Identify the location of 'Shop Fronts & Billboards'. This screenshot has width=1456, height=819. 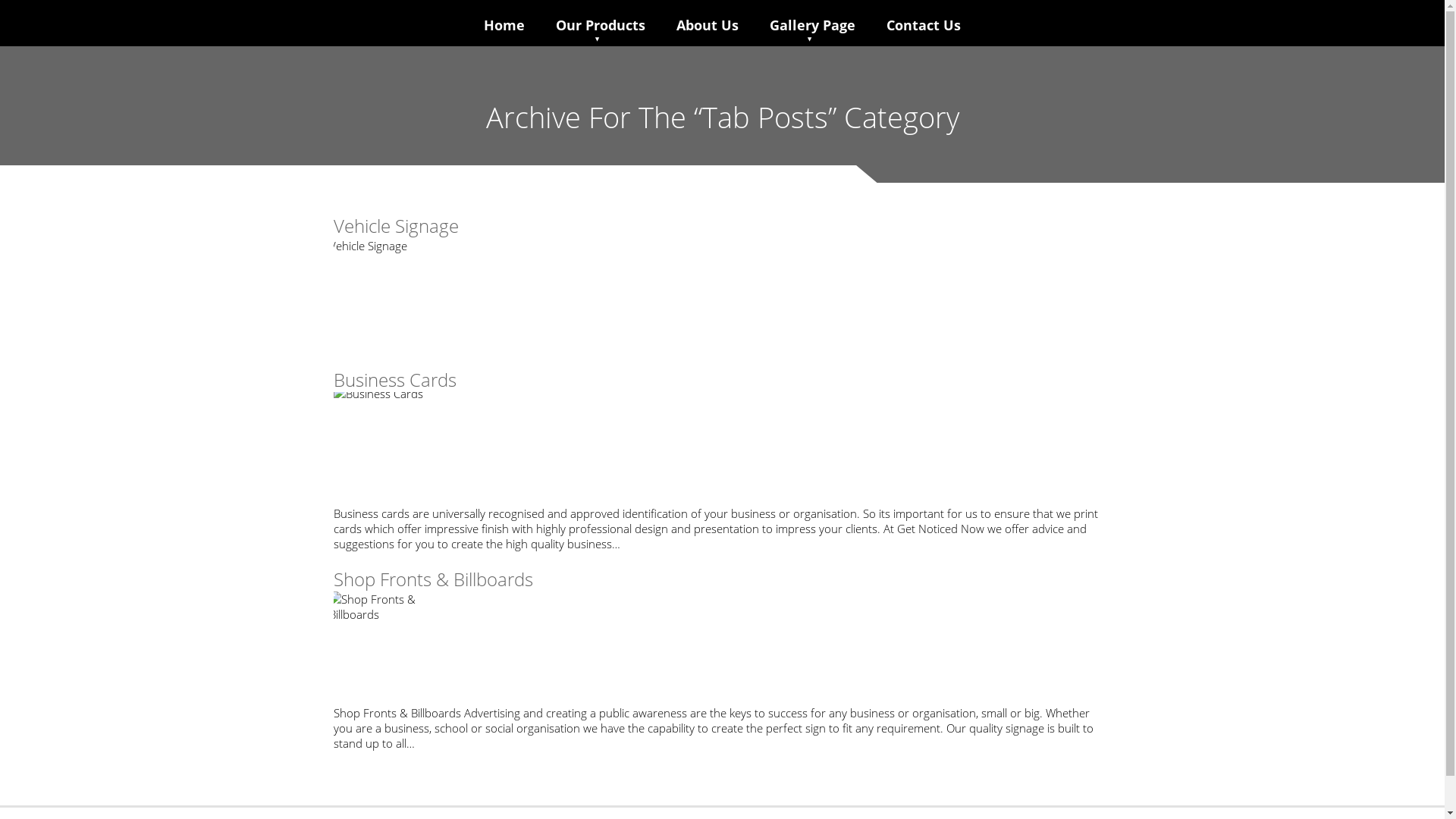
(432, 579).